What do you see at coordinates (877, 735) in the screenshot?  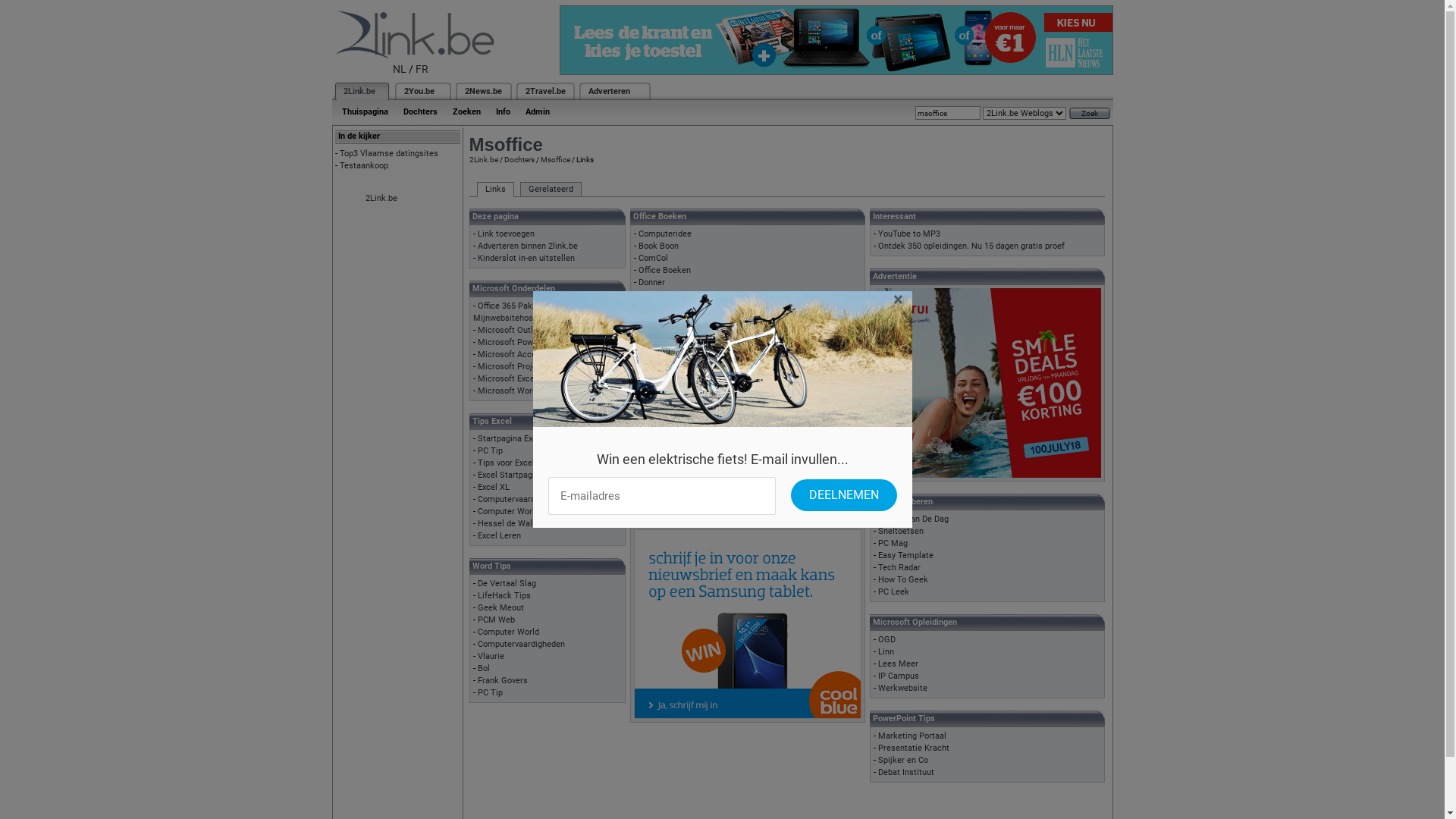 I see `'Marketing Portaal'` at bounding box center [877, 735].